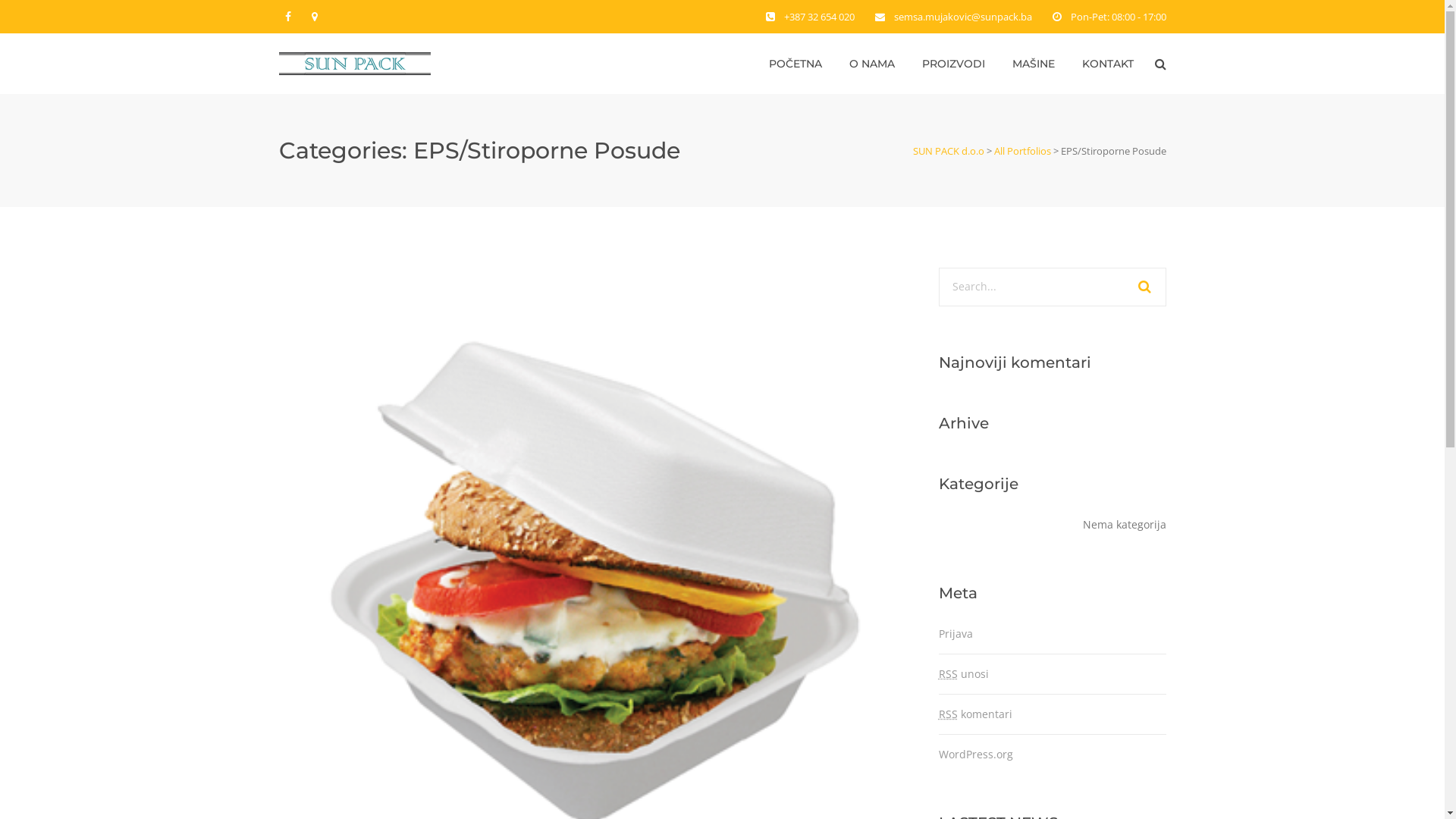 This screenshot has width=1456, height=819. What do you see at coordinates (952, 63) in the screenshot?
I see `'PROIZVODI'` at bounding box center [952, 63].